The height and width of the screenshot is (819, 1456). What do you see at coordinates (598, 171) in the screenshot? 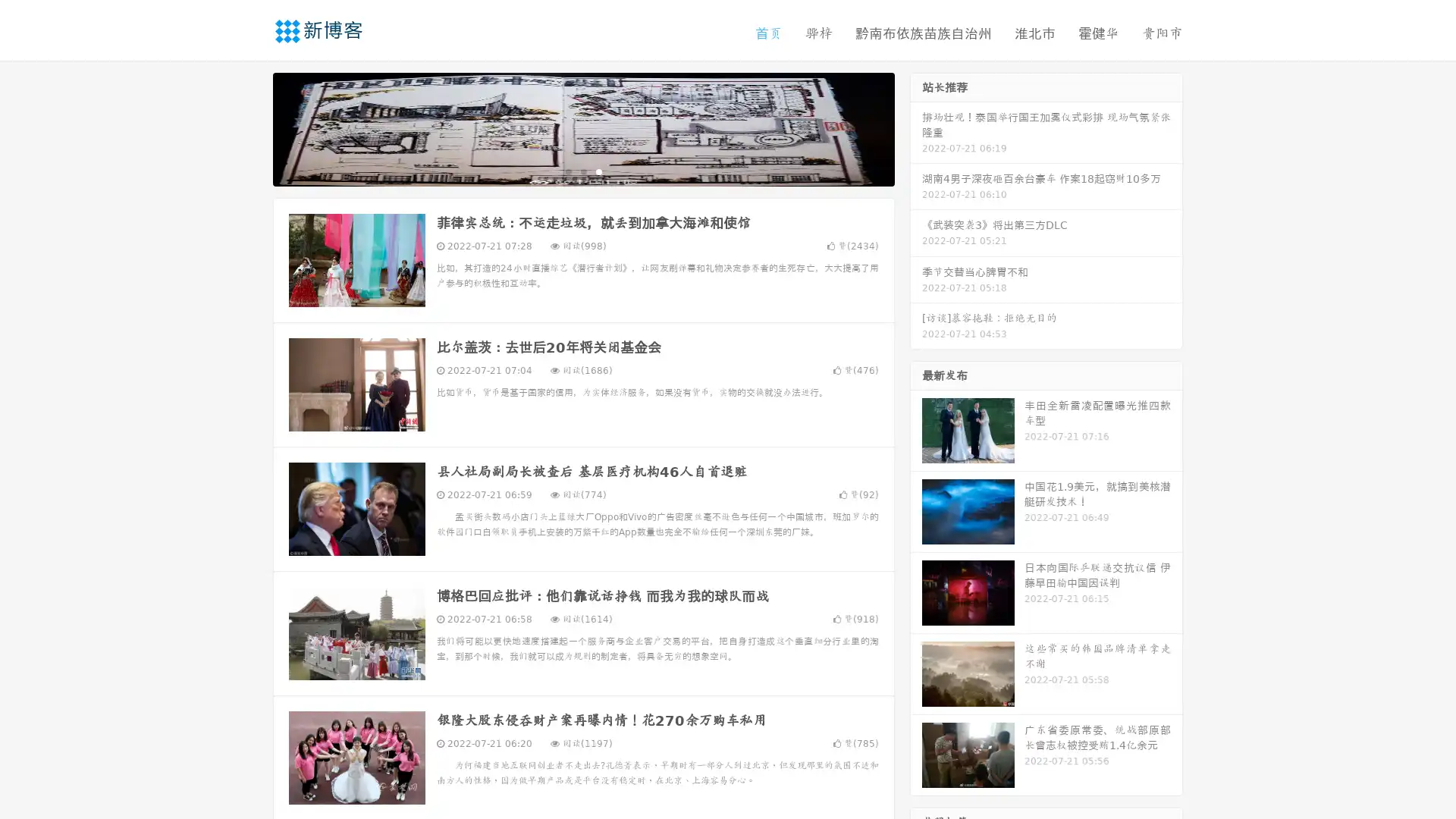
I see `Go to slide 3` at bounding box center [598, 171].